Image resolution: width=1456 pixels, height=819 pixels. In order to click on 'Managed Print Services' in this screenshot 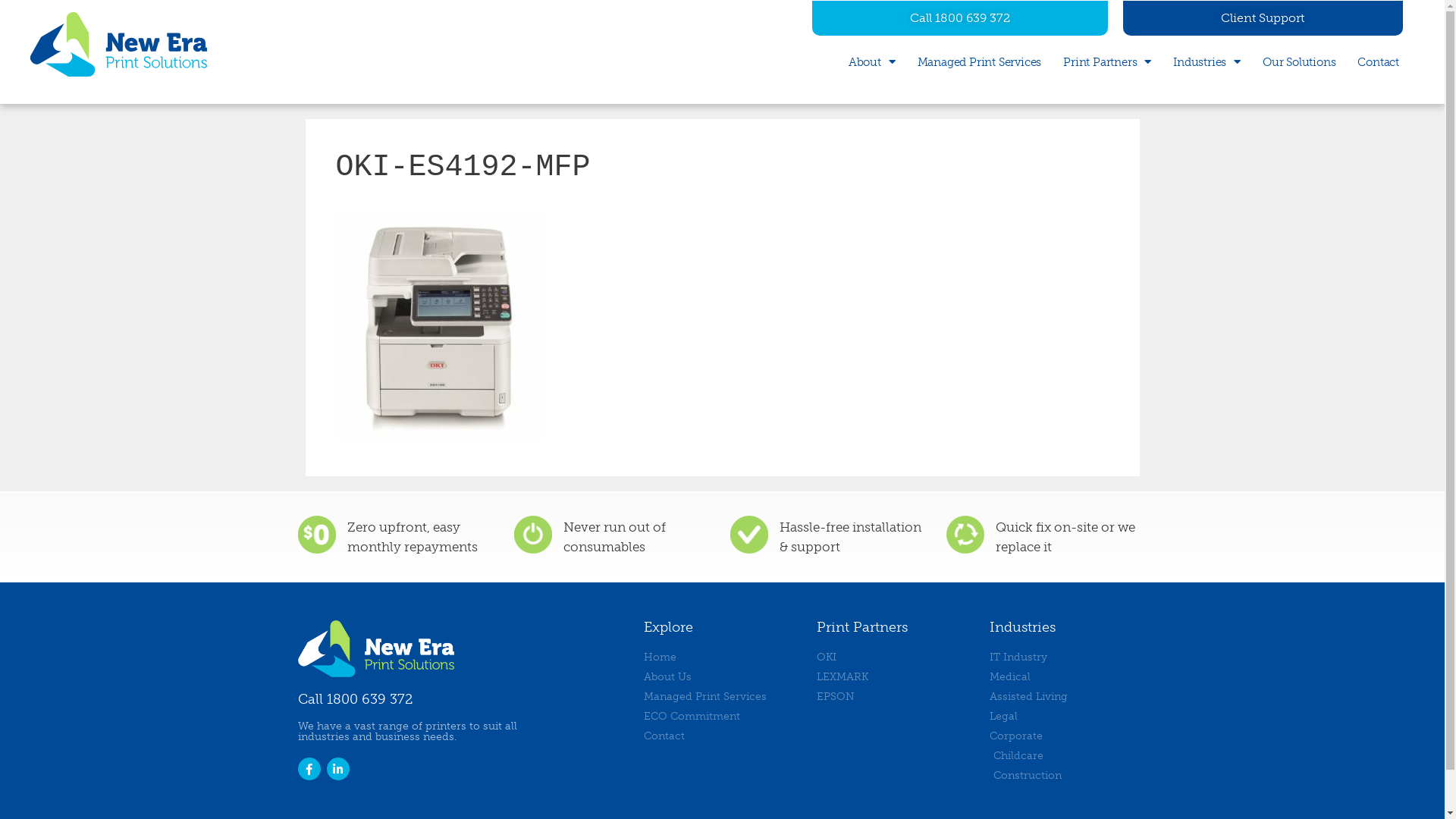, I will do `click(979, 61)`.